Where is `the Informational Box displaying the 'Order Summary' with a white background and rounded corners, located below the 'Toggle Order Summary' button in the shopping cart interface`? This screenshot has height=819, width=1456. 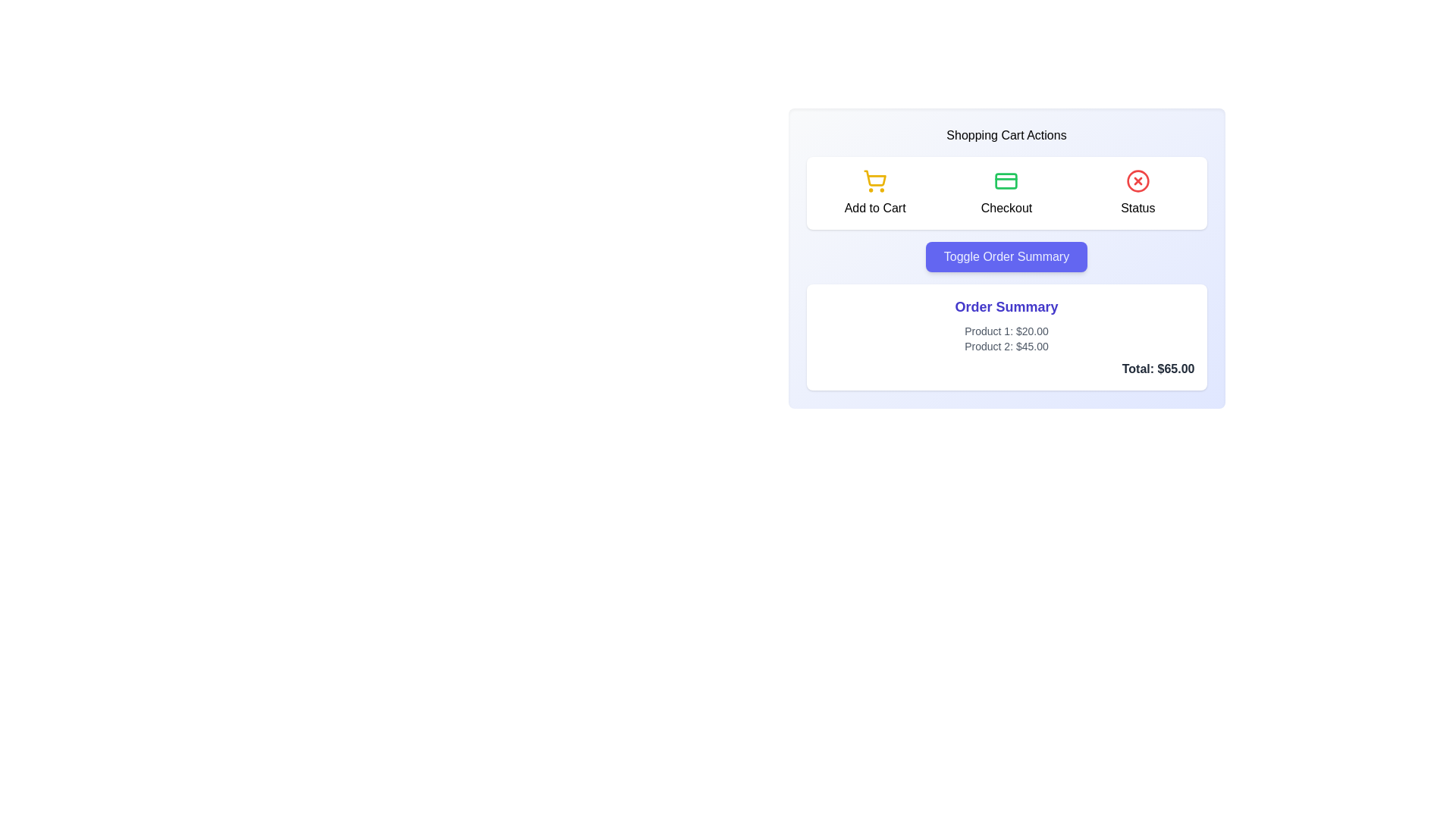 the Informational Box displaying the 'Order Summary' with a white background and rounded corners, located below the 'Toggle Order Summary' button in the shopping cart interface is located at coordinates (1006, 336).